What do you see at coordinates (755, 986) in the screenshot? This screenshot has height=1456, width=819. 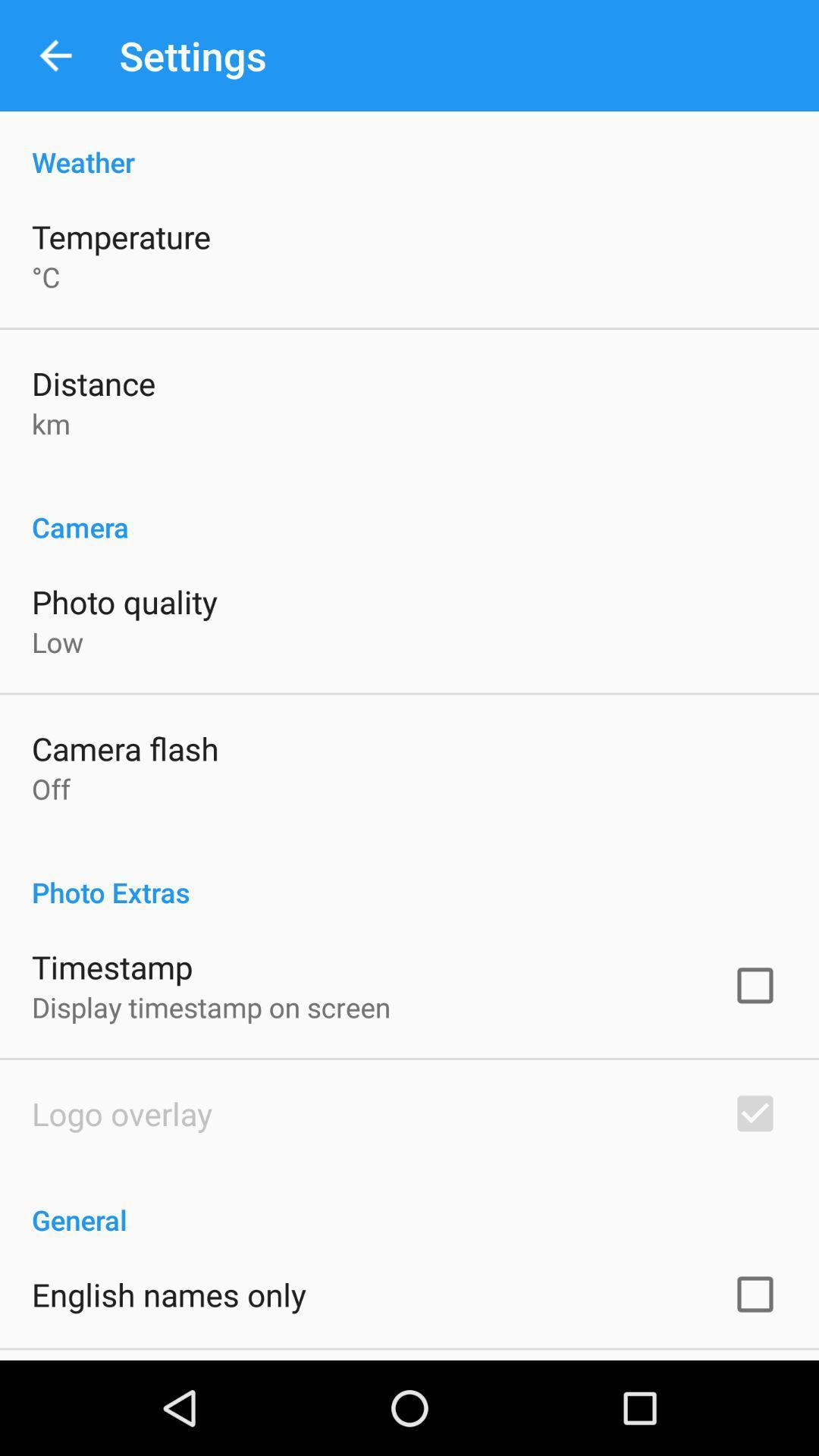 I see `the checkbox beside timestamp` at bounding box center [755, 986].